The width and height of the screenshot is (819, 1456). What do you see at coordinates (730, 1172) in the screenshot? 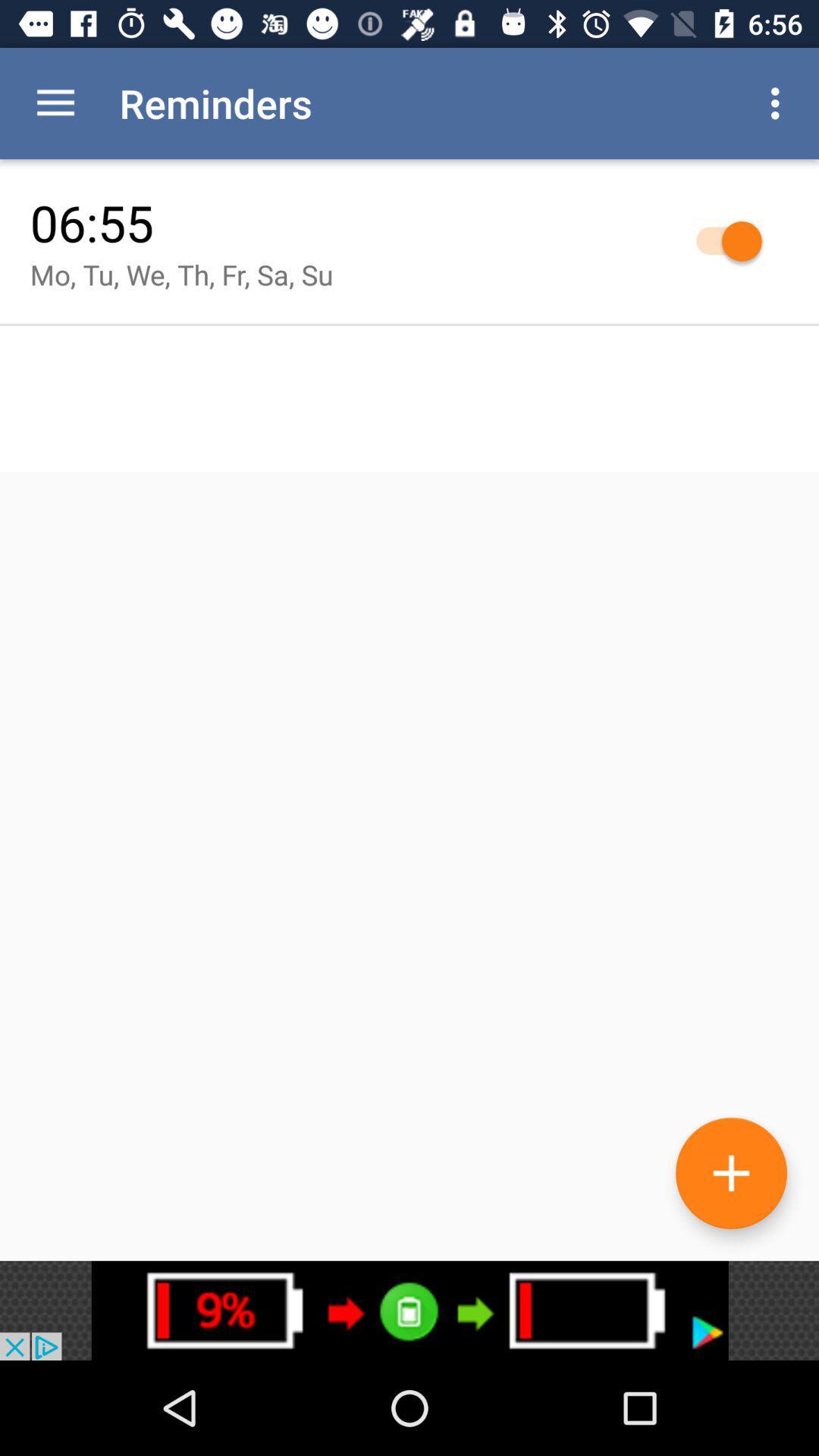
I see `the add icon` at bounding box center [730, 1172].